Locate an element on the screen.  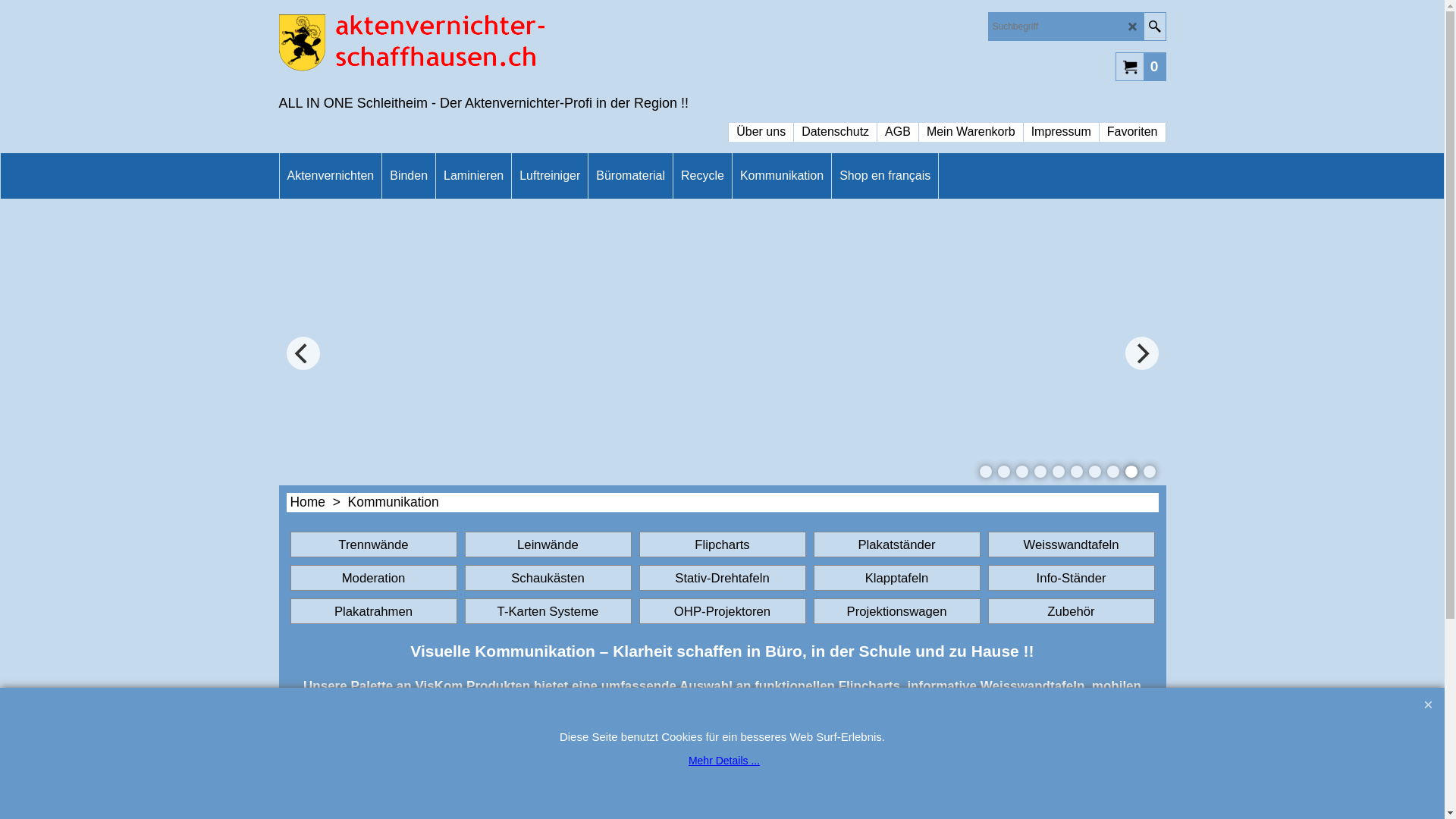
'Plakatrahmen' is located at coordinates (372, 610).